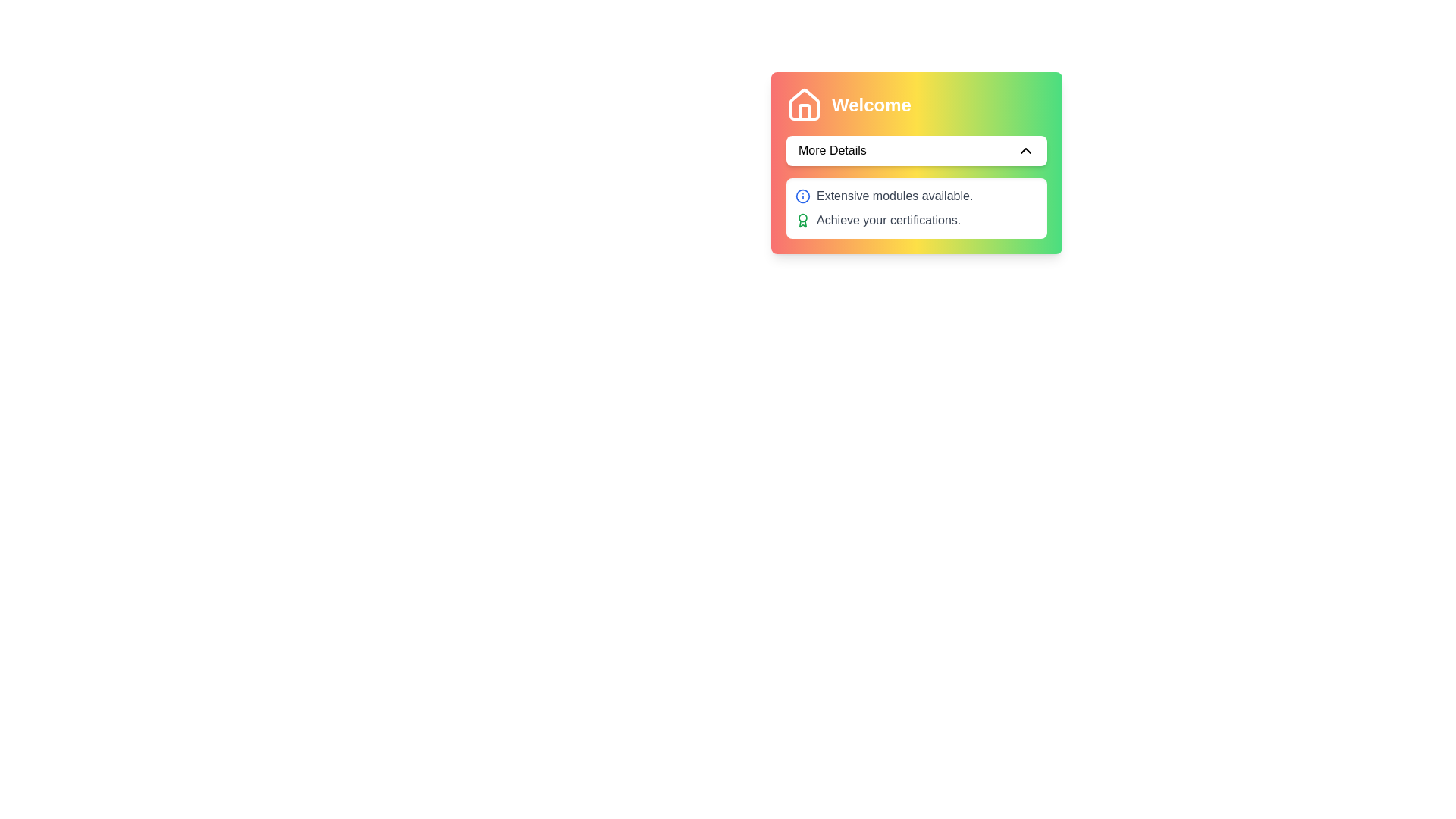  What do you see at coordinates (871, 104) in the screenshot?
I see `the welcoming header text in the top-left corner of the card interface, located to the right of the home icon` at bounding box center [871, 104].